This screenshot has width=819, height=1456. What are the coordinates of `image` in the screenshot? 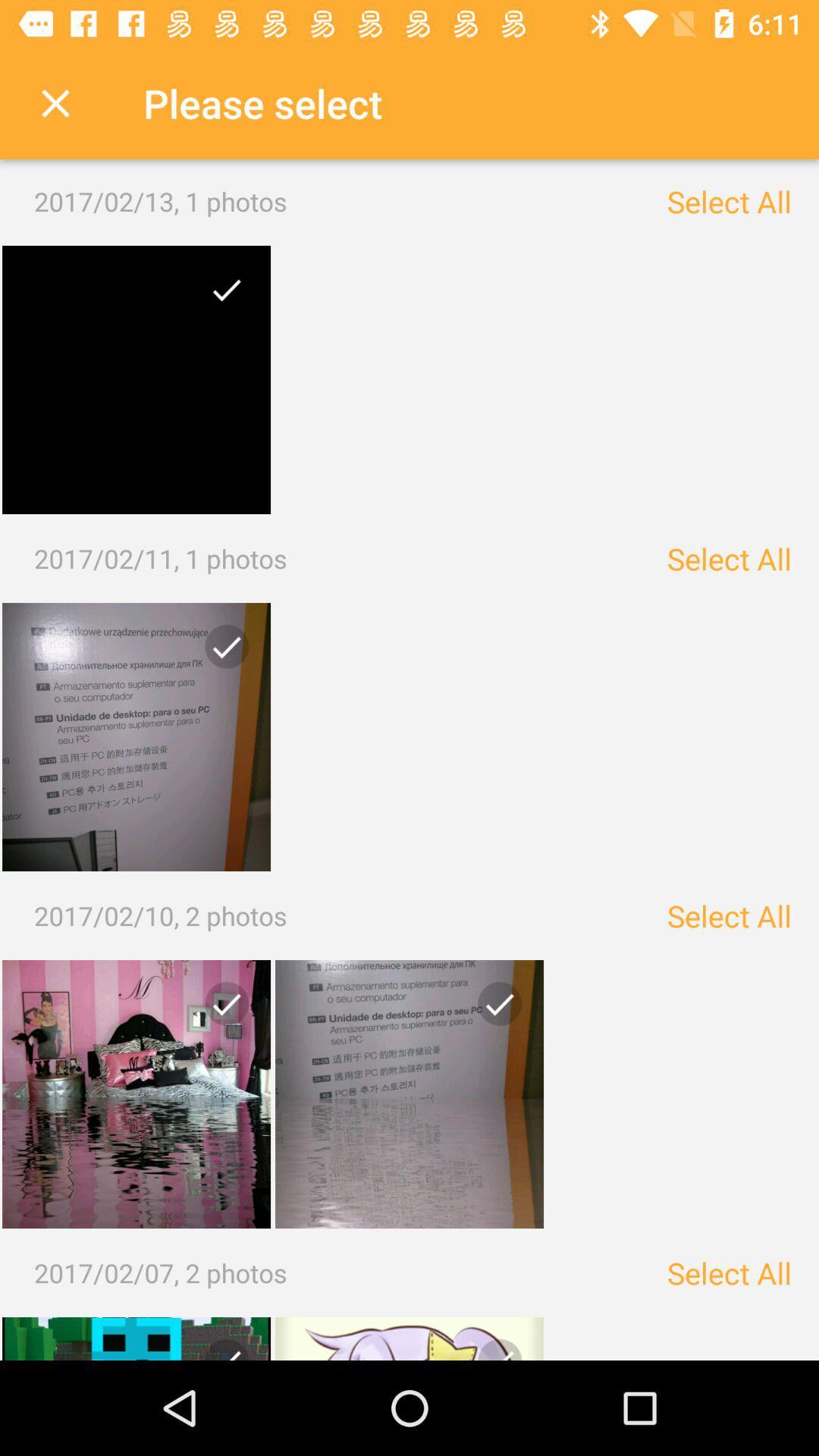 It's located at (409, 1338).